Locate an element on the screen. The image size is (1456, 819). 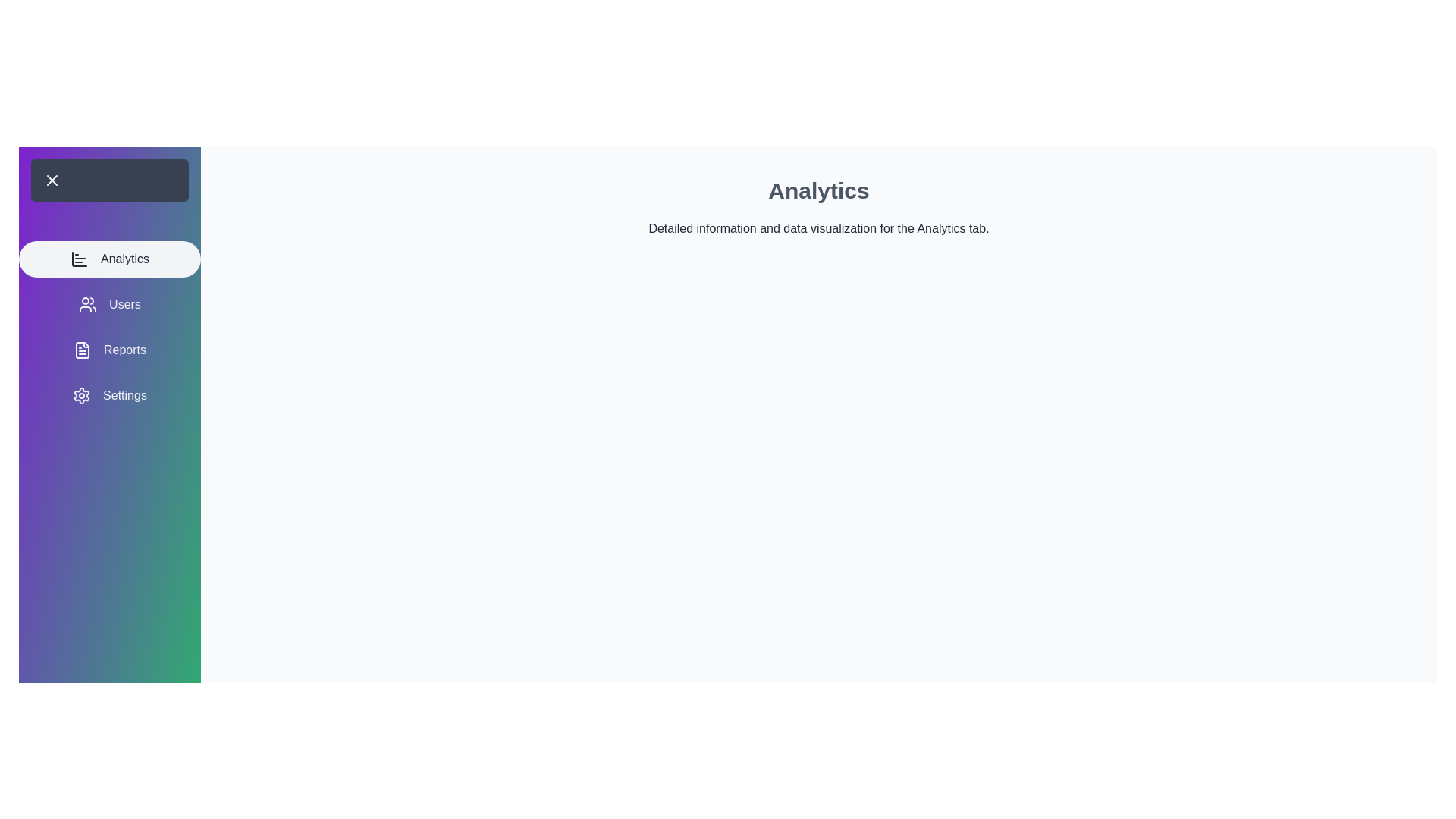
the menu option Settings by clicking on it is located at coordinates (108, 394).